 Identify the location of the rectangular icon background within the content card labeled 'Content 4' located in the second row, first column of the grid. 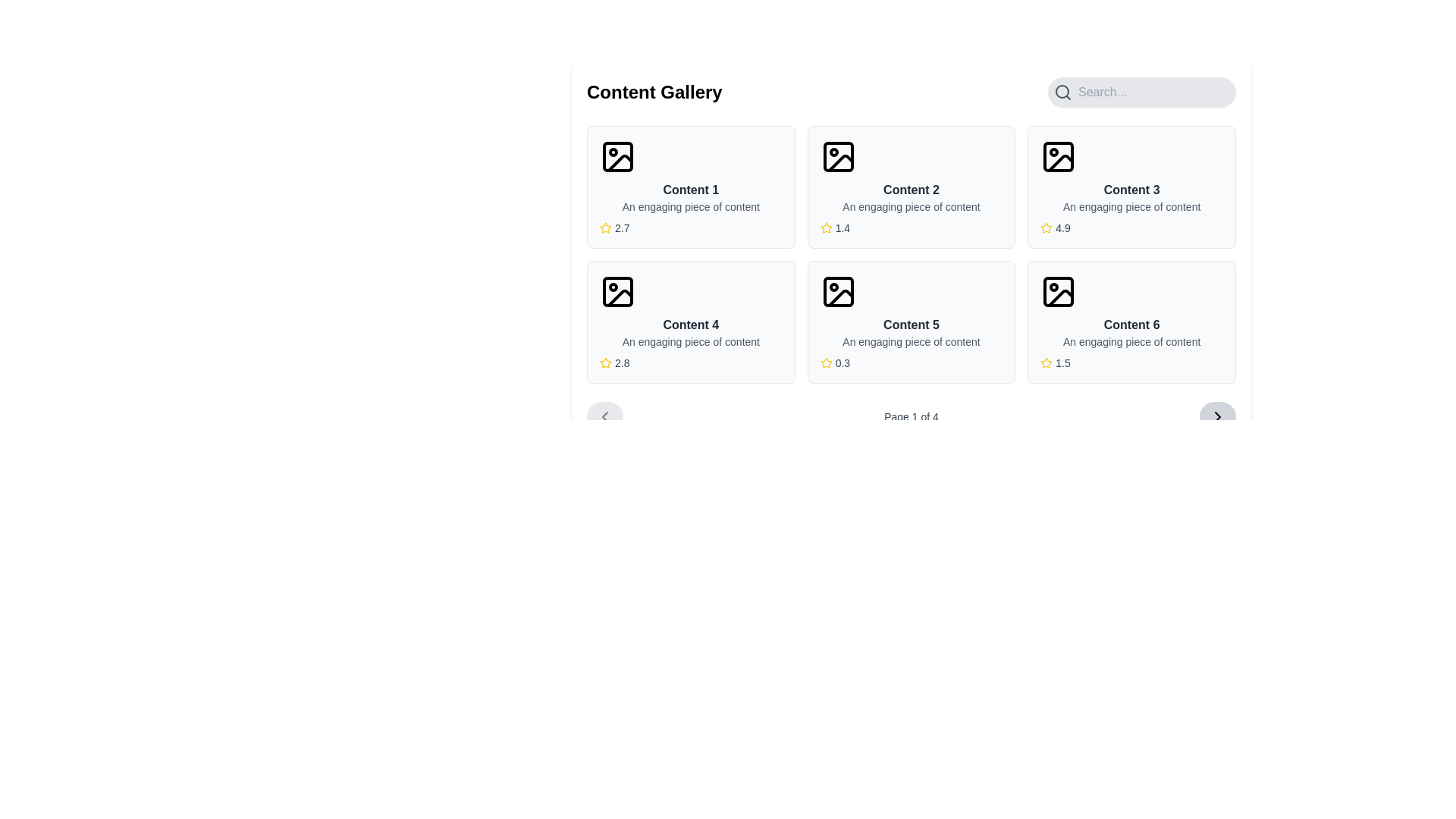
(618, 292).